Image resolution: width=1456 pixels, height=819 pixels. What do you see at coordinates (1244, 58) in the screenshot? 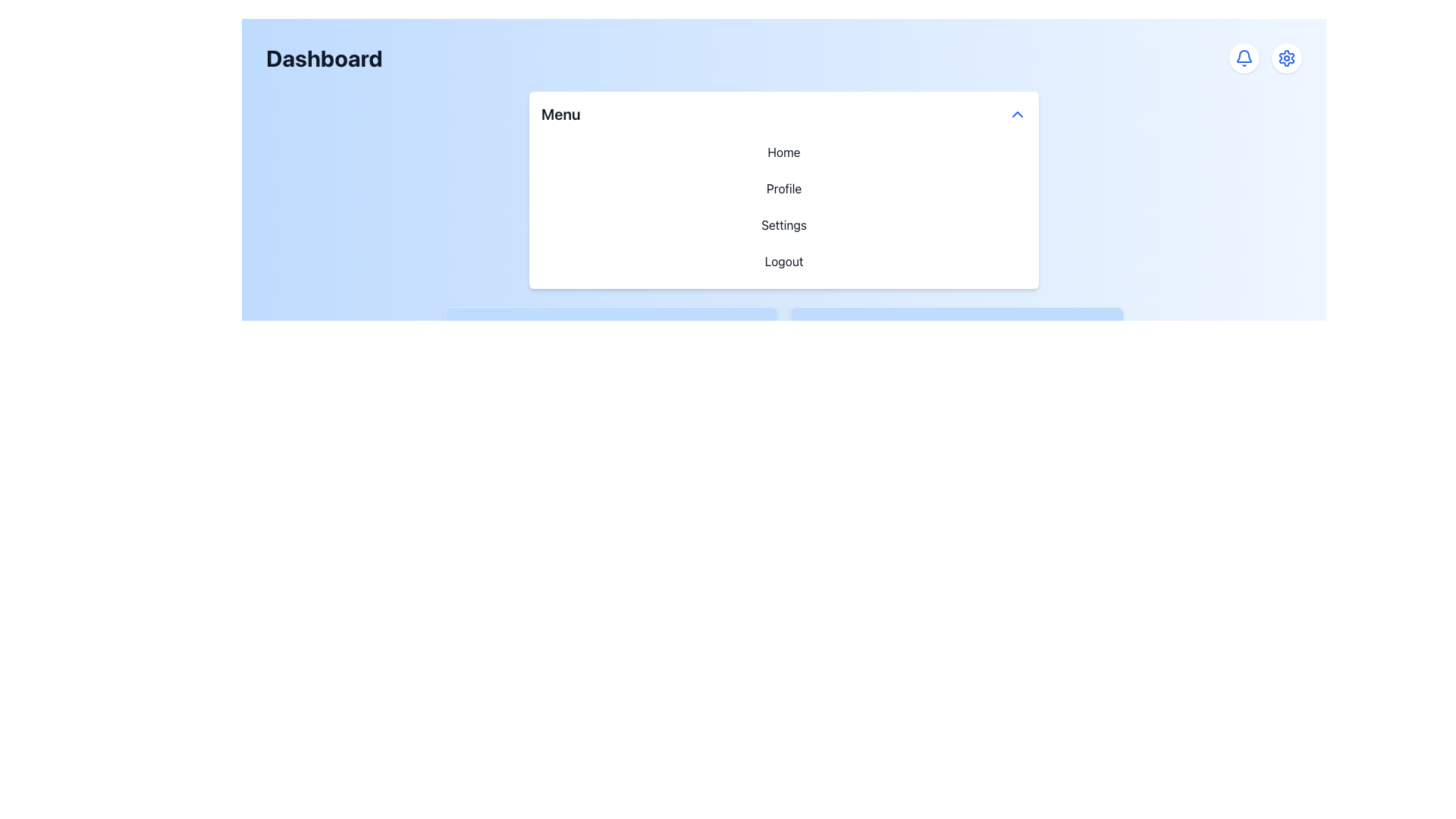
I see `the circular notification button with a blue bell icon in the top-right corner` at bounding box center [1244, 58].